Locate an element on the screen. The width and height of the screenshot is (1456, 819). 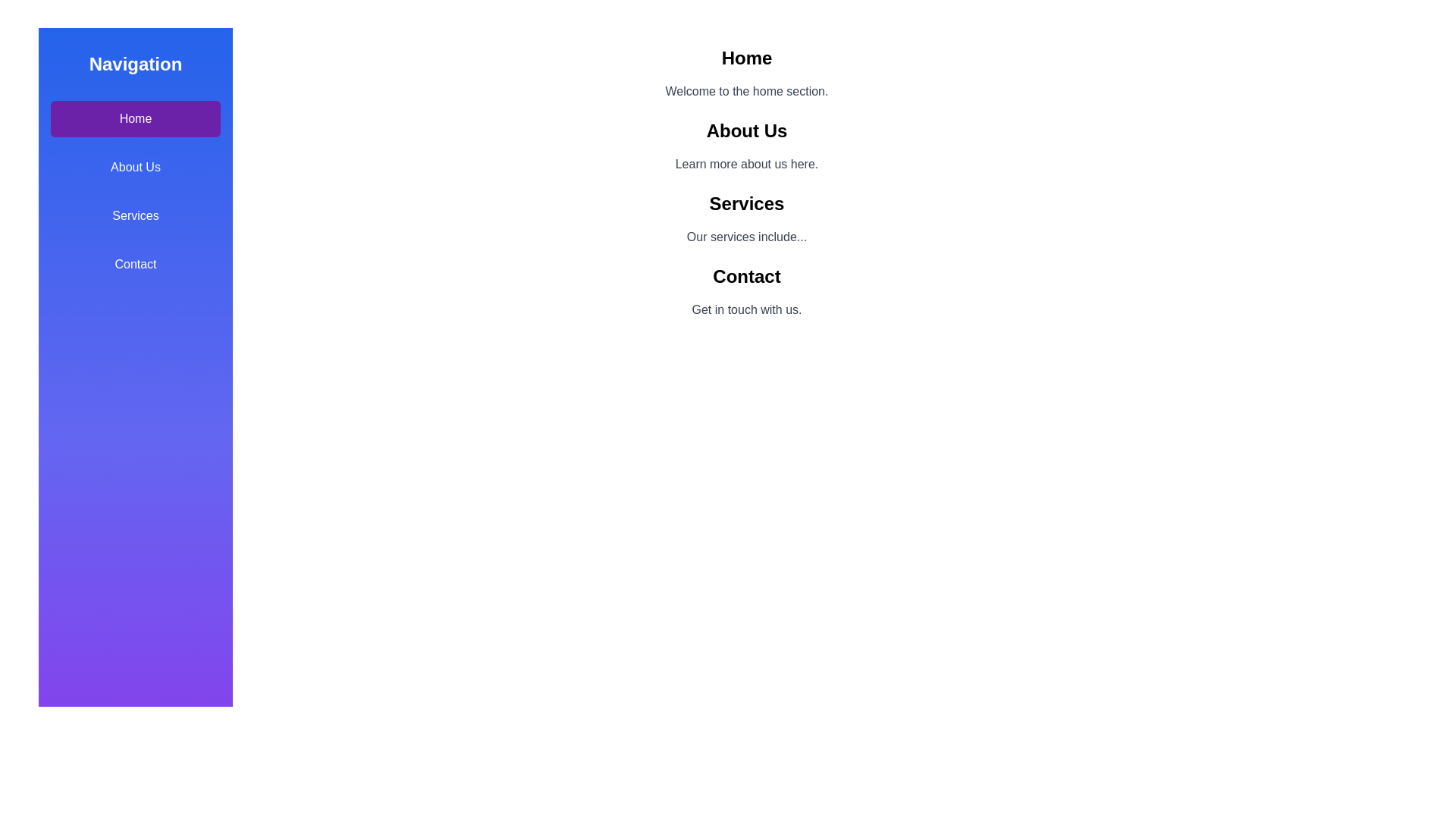
the informational text display that provides a welcoming message for the 'Home' section, located directly below the 'Home' heading is located at coordinates (746, 91).